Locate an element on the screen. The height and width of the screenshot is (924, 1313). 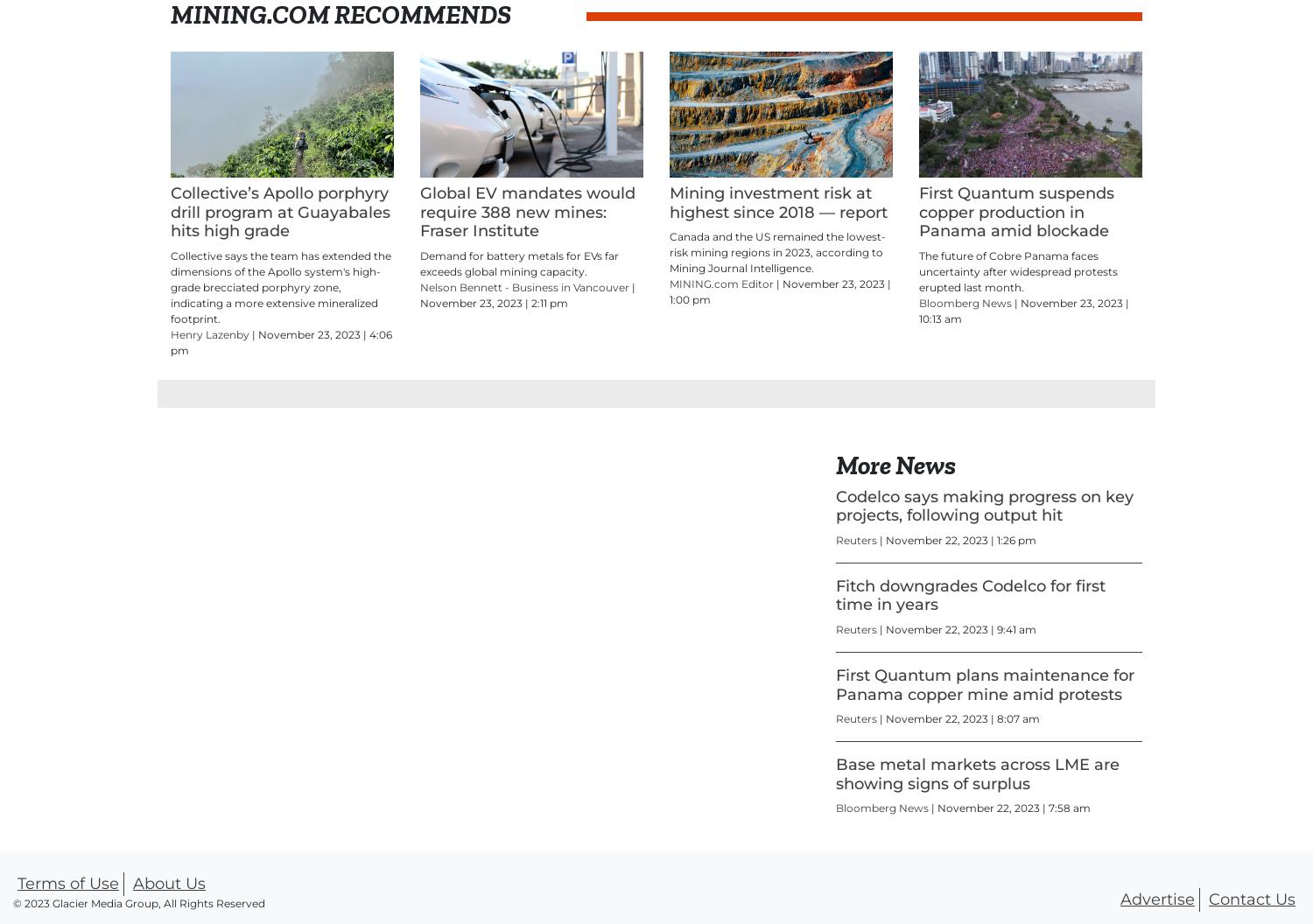
'The future of Cobre Panama faces uncertainty after widespread protests erupted last month.' is located at coordinates (1018, 270).